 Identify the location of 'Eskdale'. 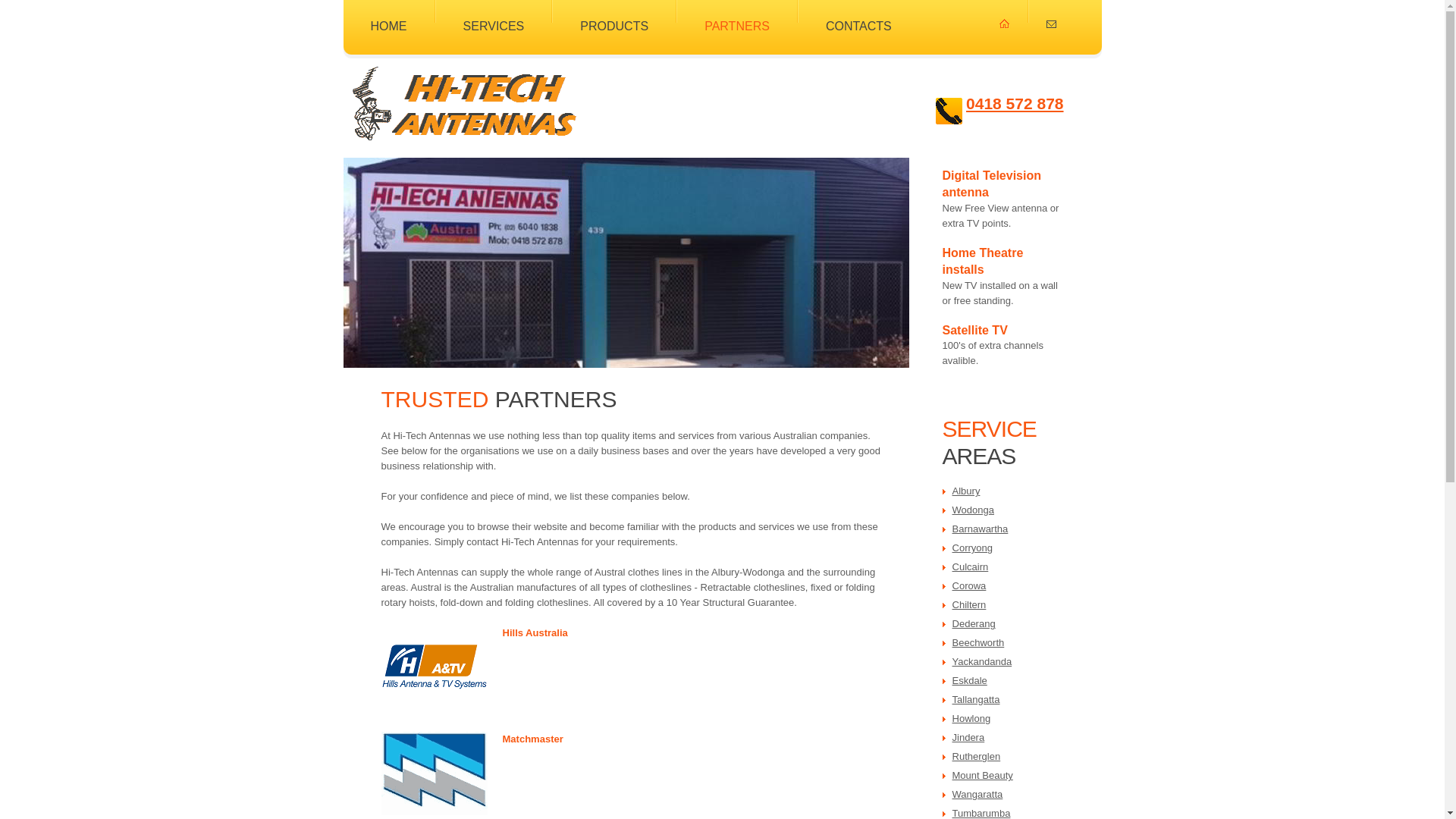
(968, 679).